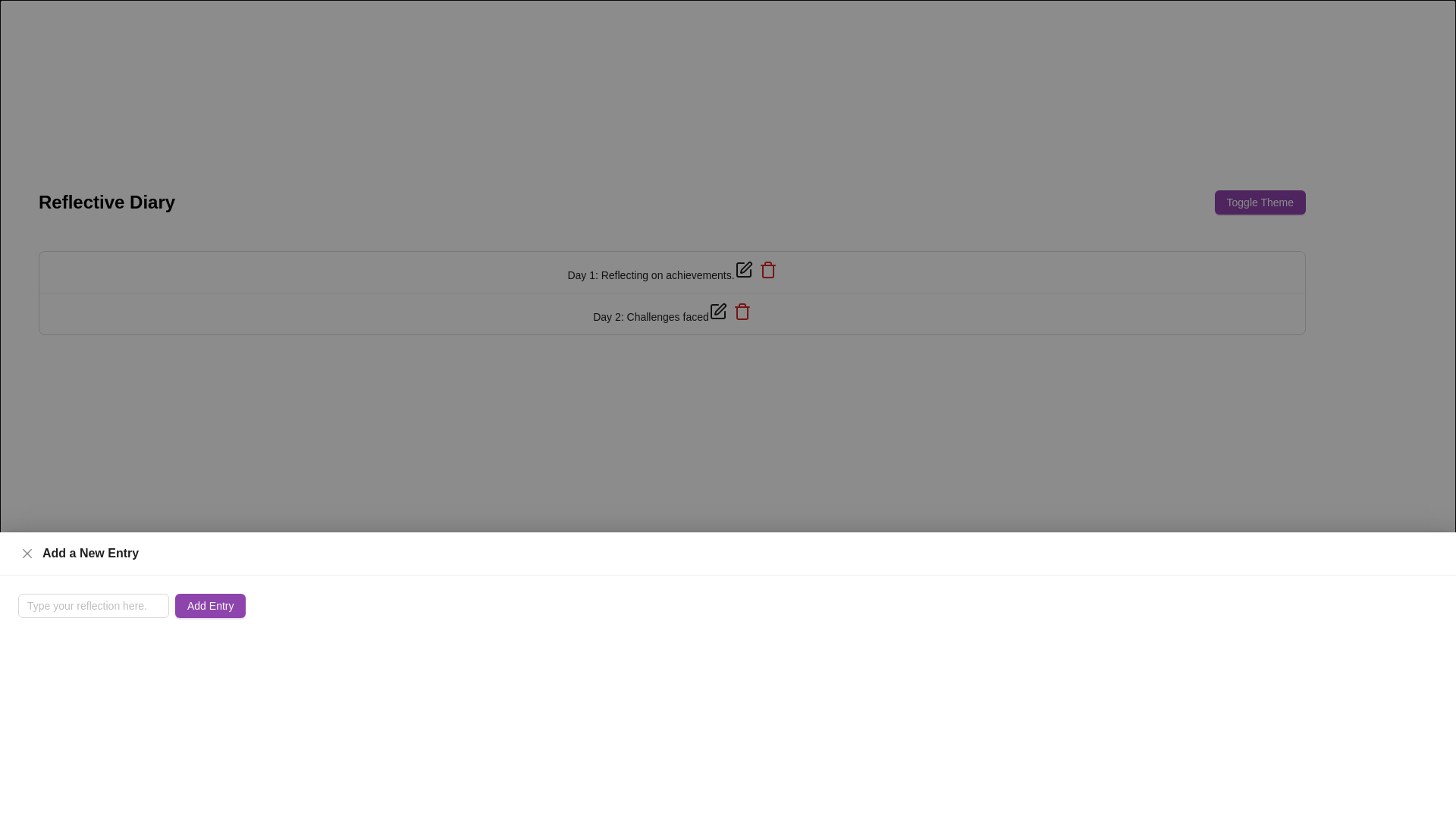  I want to click on the delete button located on the right side of the second diary entry row labeled 'Day 2: Challenges faced', so click(767, 268).